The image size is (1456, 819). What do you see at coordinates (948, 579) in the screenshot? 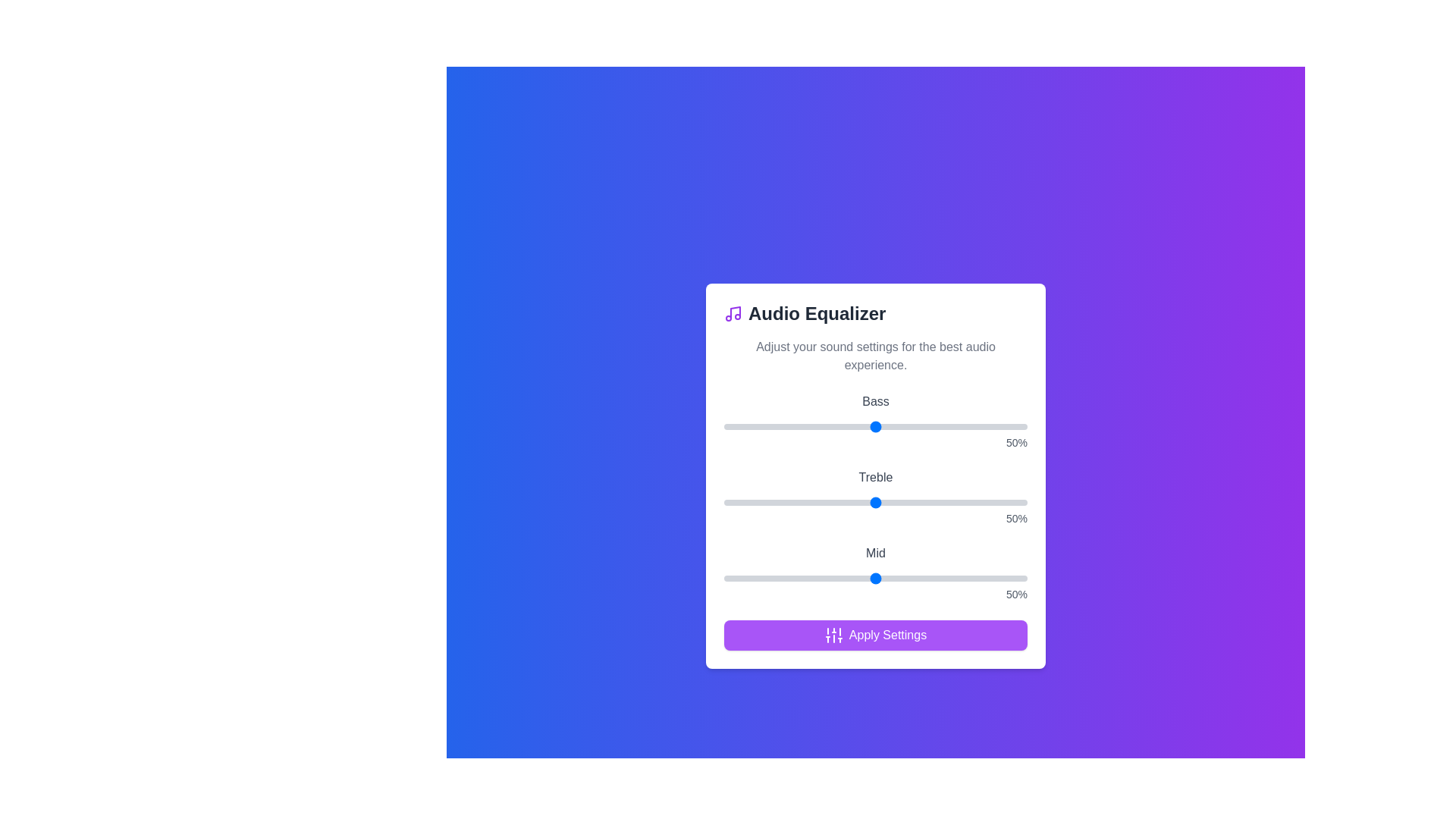
I see `the 'Mid' slider to 74%` at bounding box center [948, 579].